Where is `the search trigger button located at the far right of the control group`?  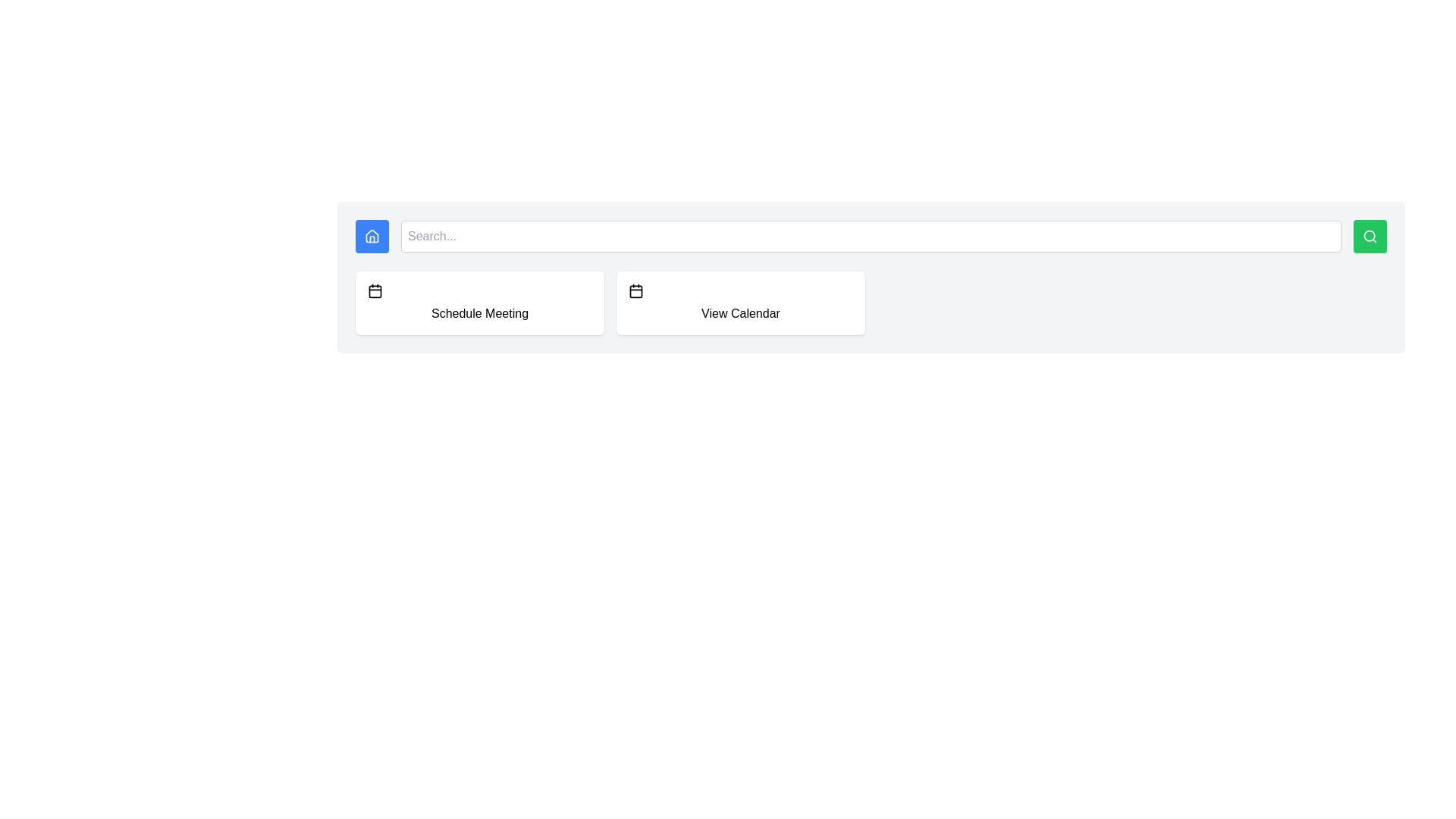
the search trigger button located at the far right of the control group is located at coordinates (1370, 237).